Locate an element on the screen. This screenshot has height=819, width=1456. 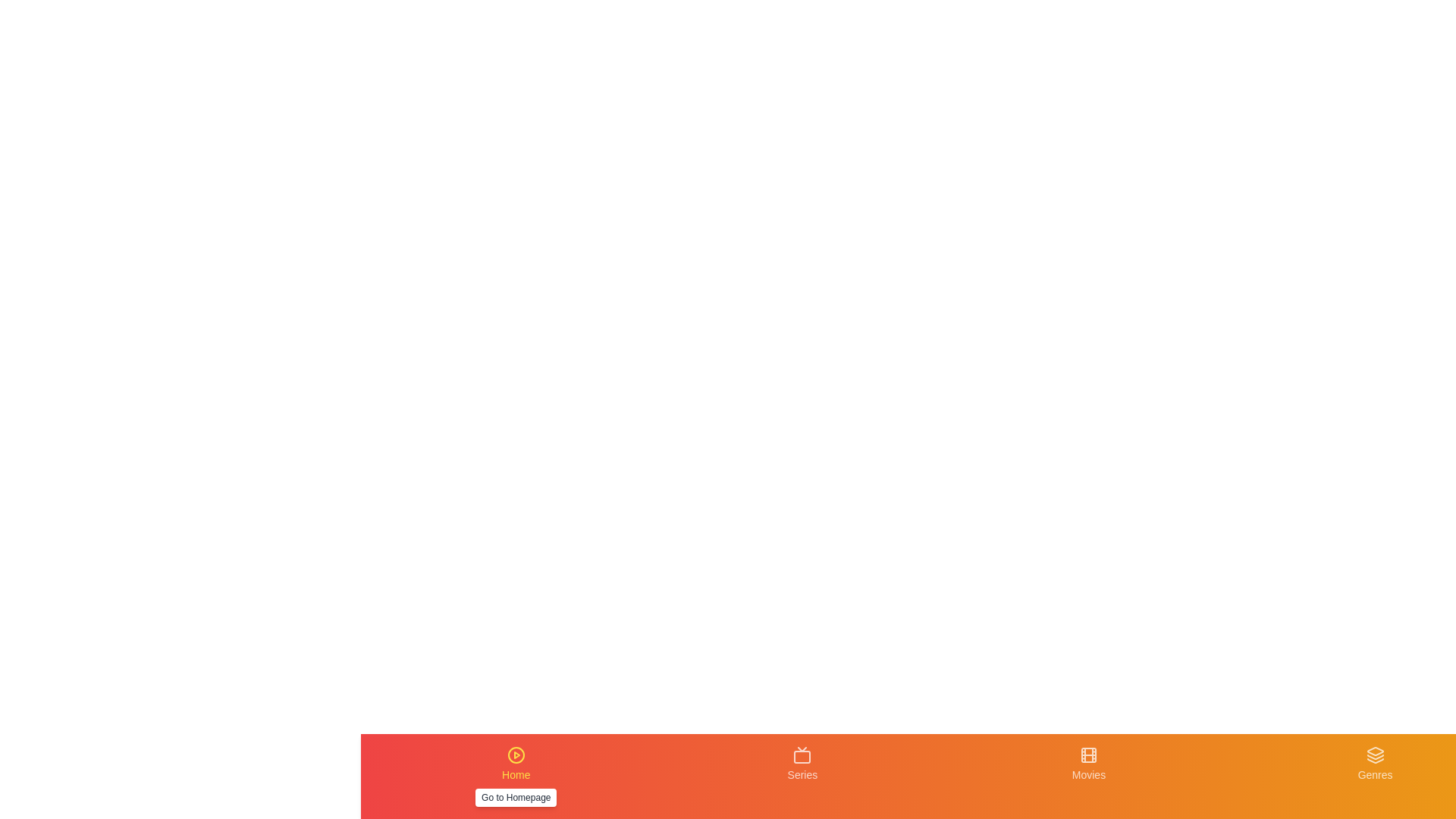
the tab labeled Movies to preview its details is located at coordinates (1087, 776).